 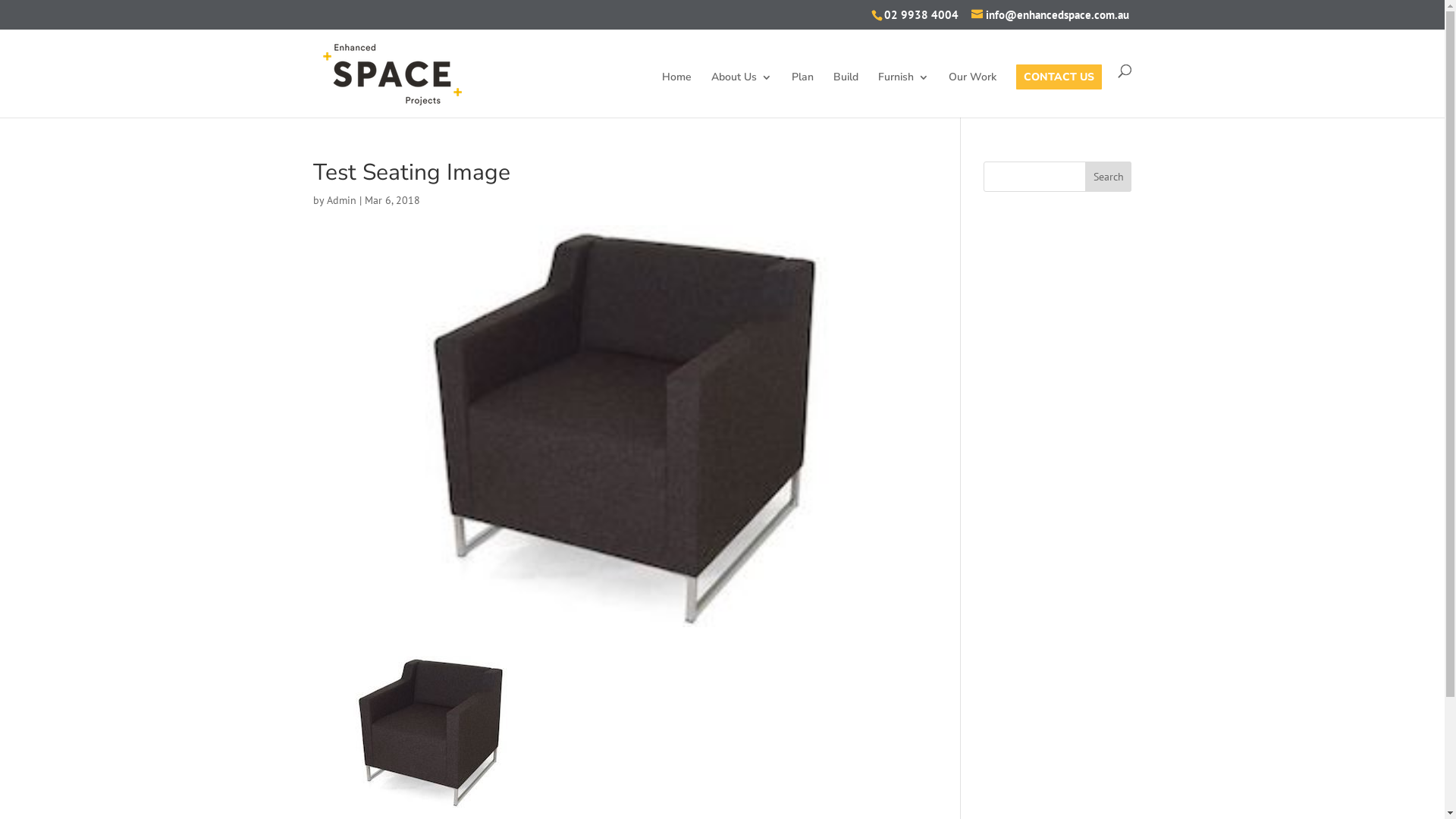 I want to click on 'Our Work', so click(x=946, y=93).